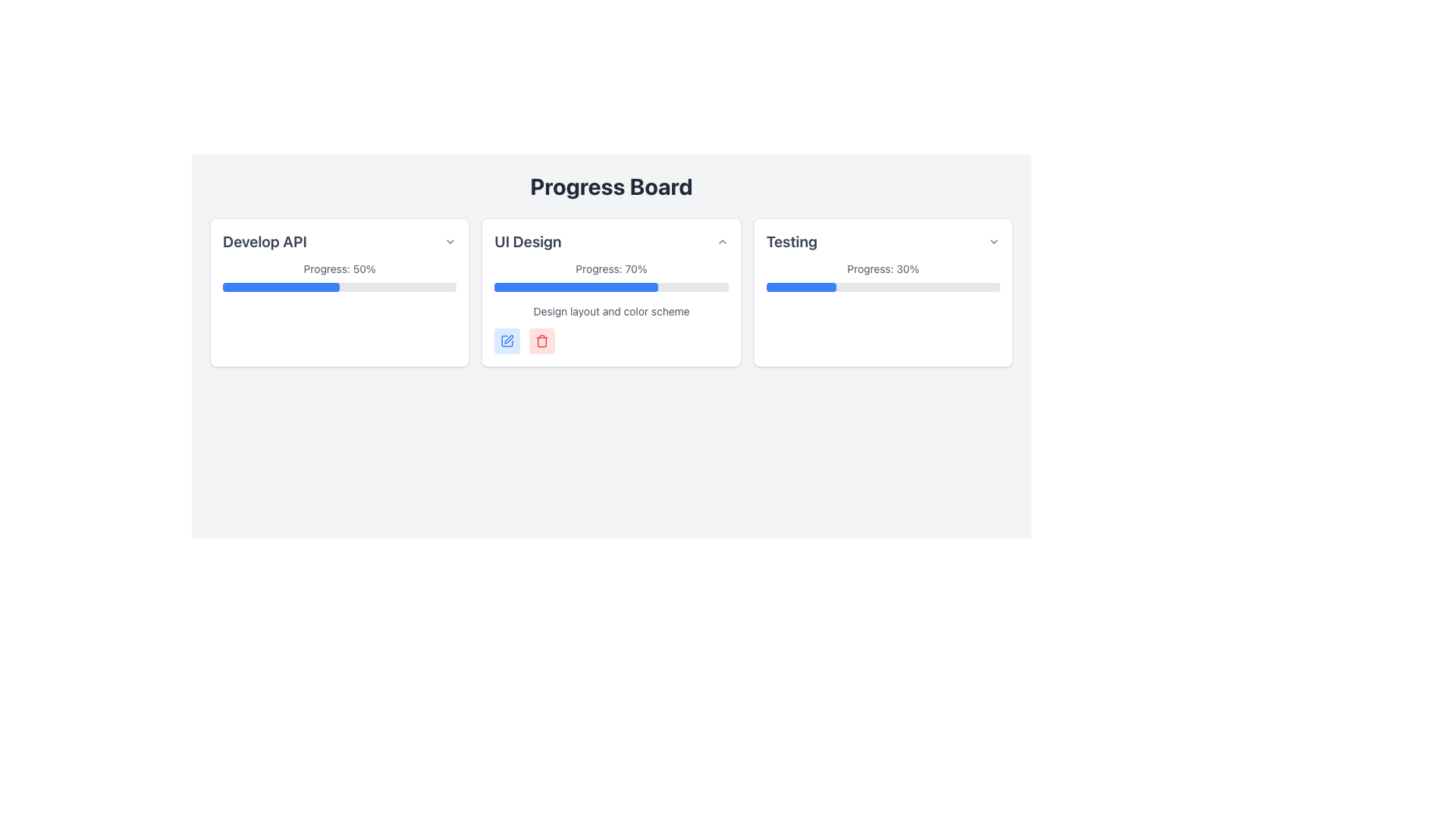 This screenshot has width=1456, height=819. What do you see at coordinates (507, 341) in the screenshot?
I see `the edit icon located on the left side of the control icons at the bottom section of the 'UI Design' card` at bounding box center [507, 341].